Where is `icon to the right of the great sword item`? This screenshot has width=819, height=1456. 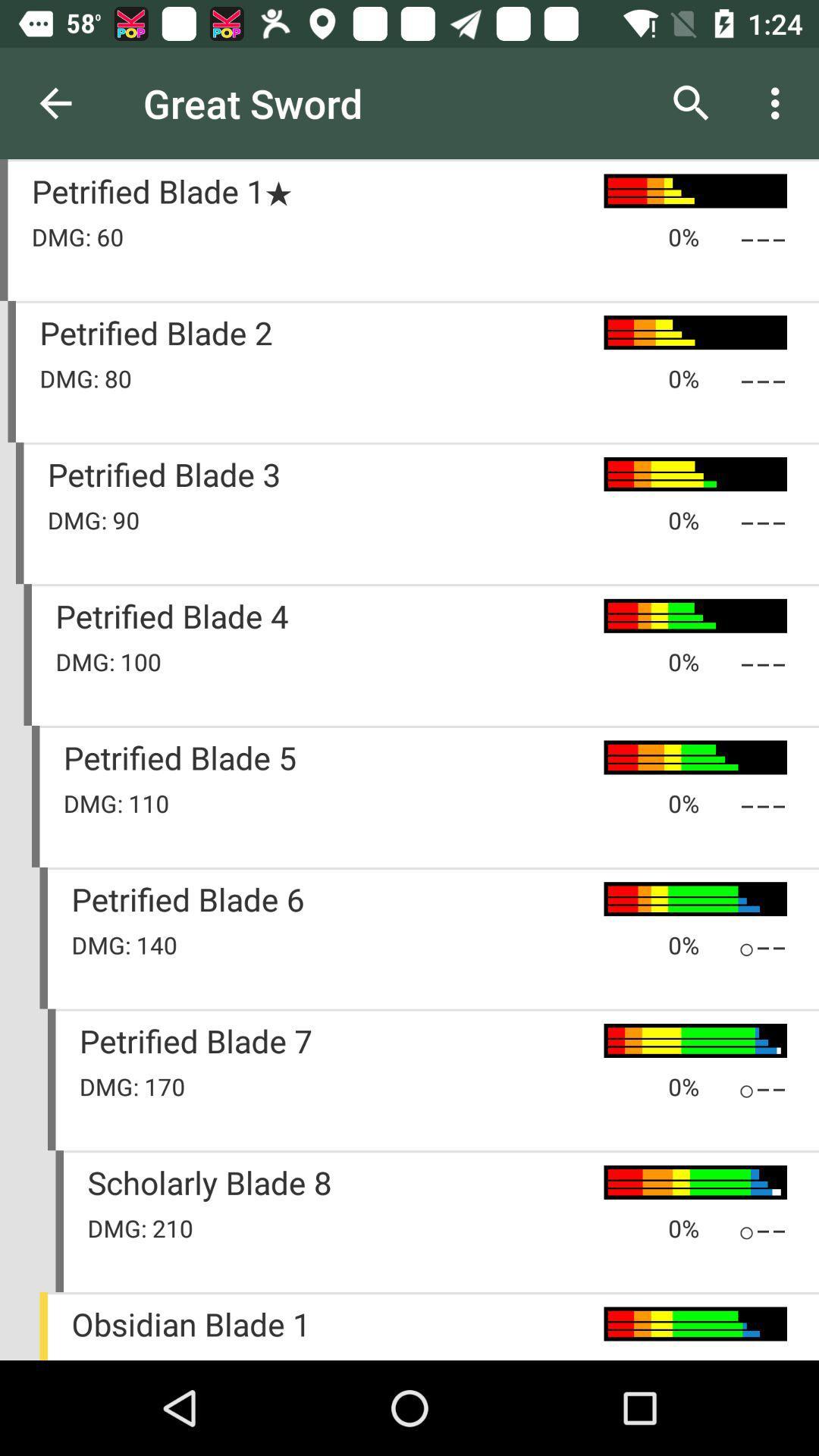
icon to the right of the great sword item is located at coordinates (691, 102).